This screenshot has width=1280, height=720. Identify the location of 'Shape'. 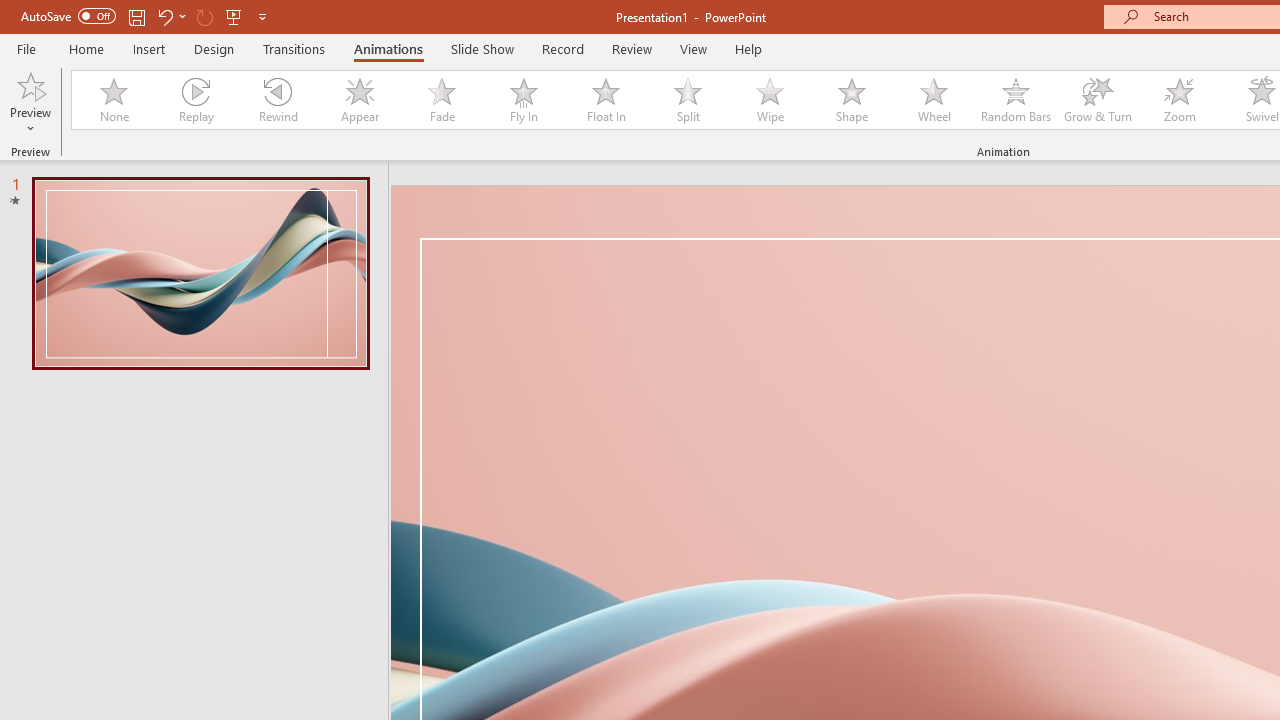
(852, 100).